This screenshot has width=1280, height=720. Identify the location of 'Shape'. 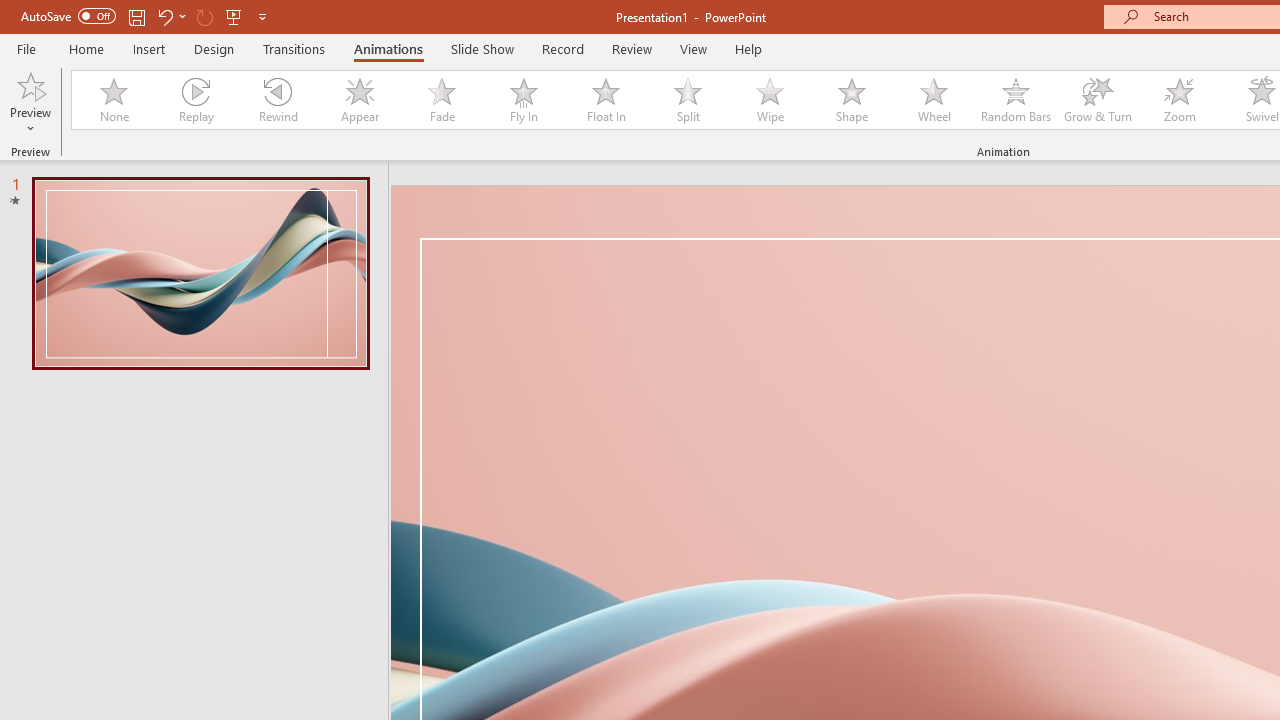
(852, 100).